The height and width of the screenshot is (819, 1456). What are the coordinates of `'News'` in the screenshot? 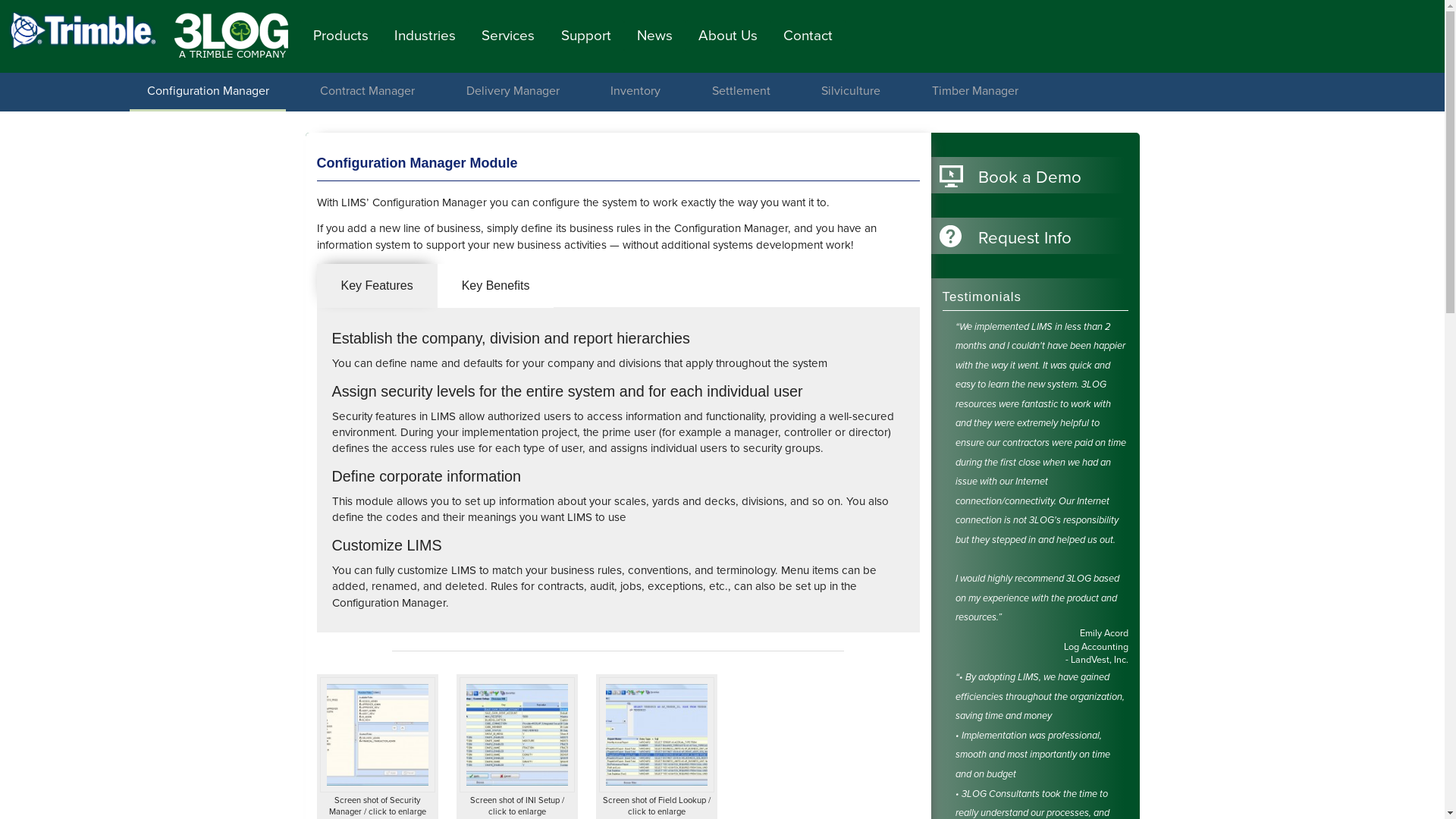 It's located at (654, 35).